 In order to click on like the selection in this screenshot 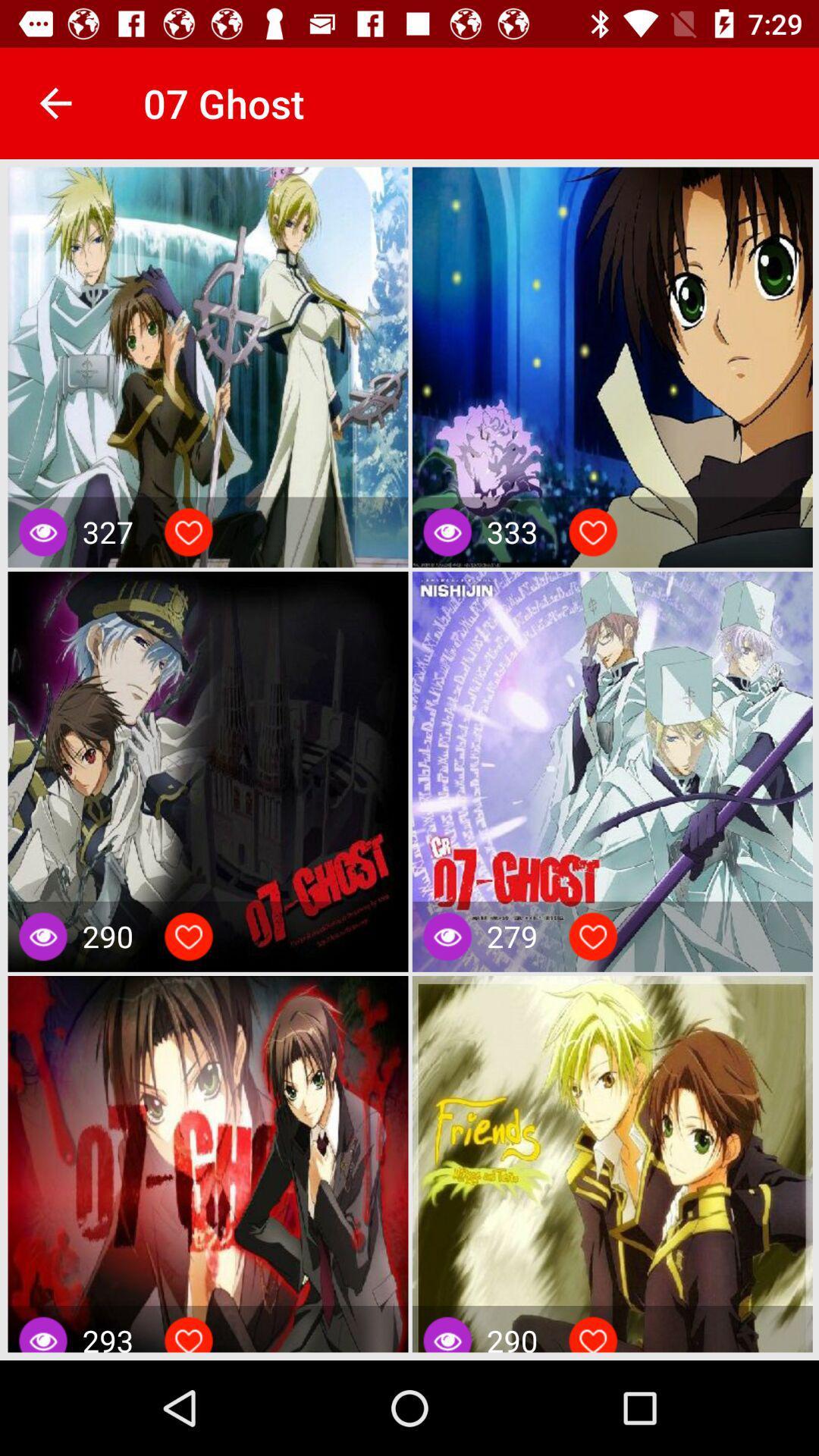, I will do `click(188, 532)`.